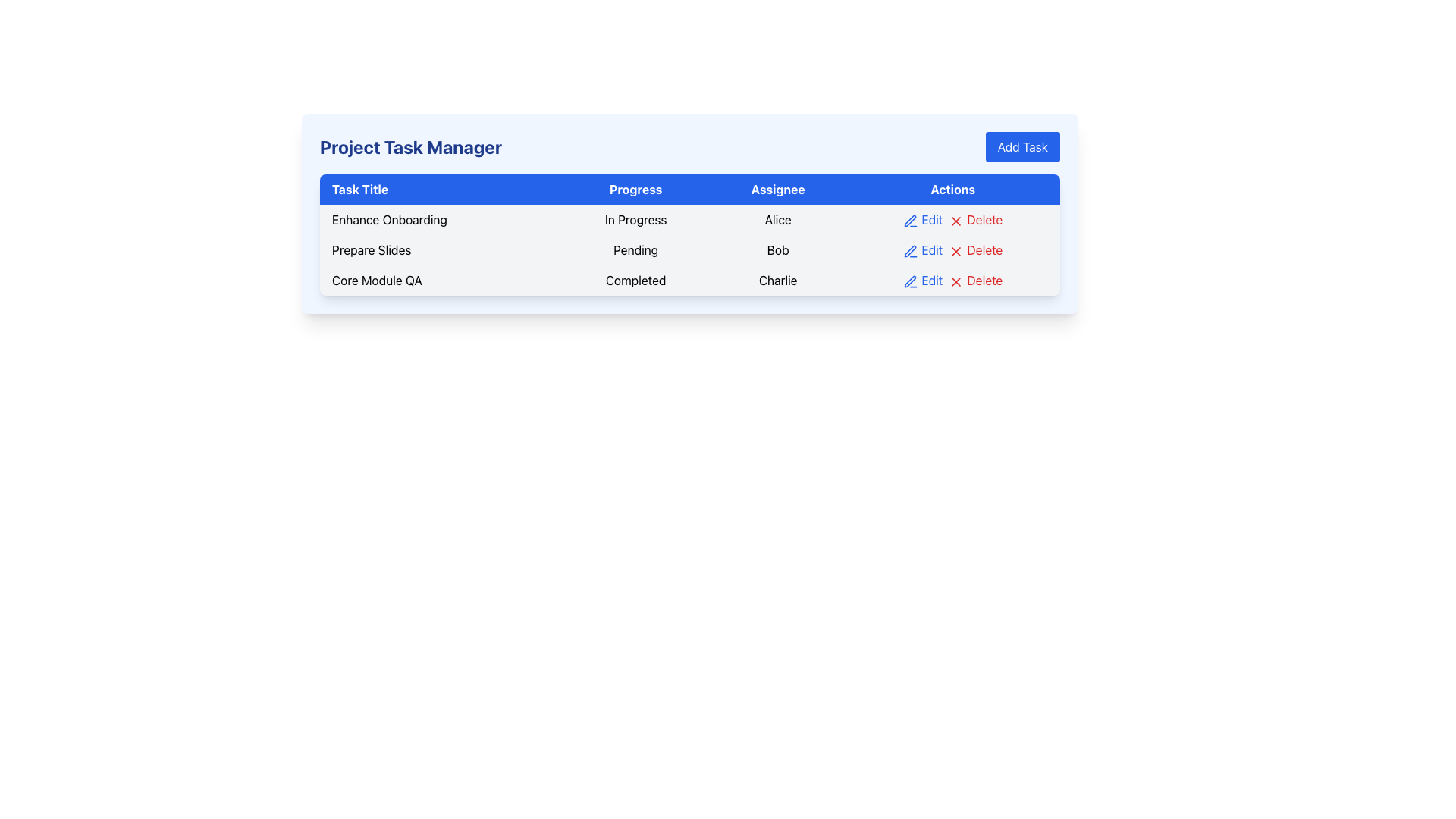  I want to click on the 'Edit' icon located in the 'Actions' column of the row for the task titled 'Prepare Slides', so click(910, 250).